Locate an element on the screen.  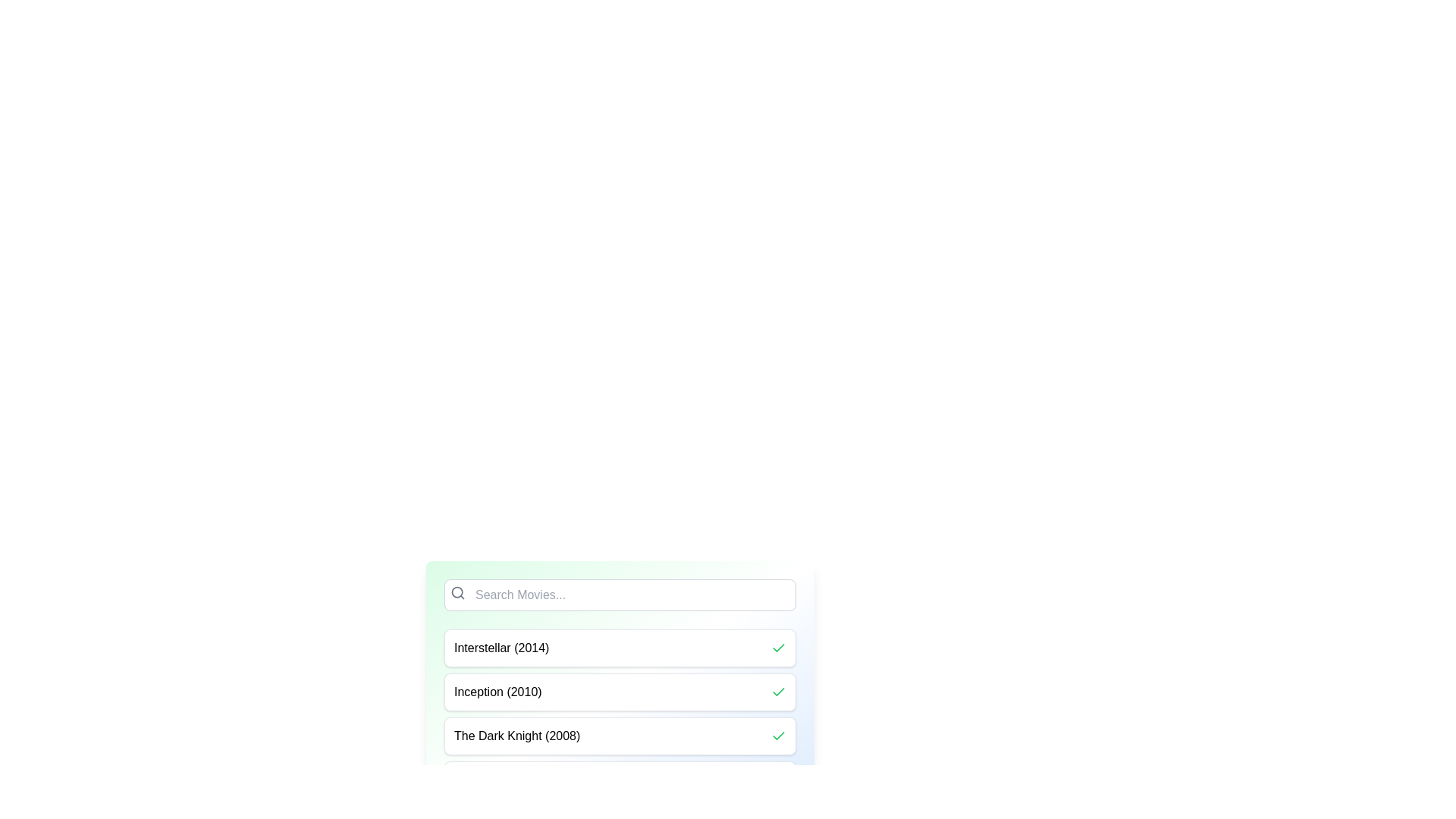
the magnifying glass icon located at the leftmost position inside the search bar is located at coordinates (457, 592).